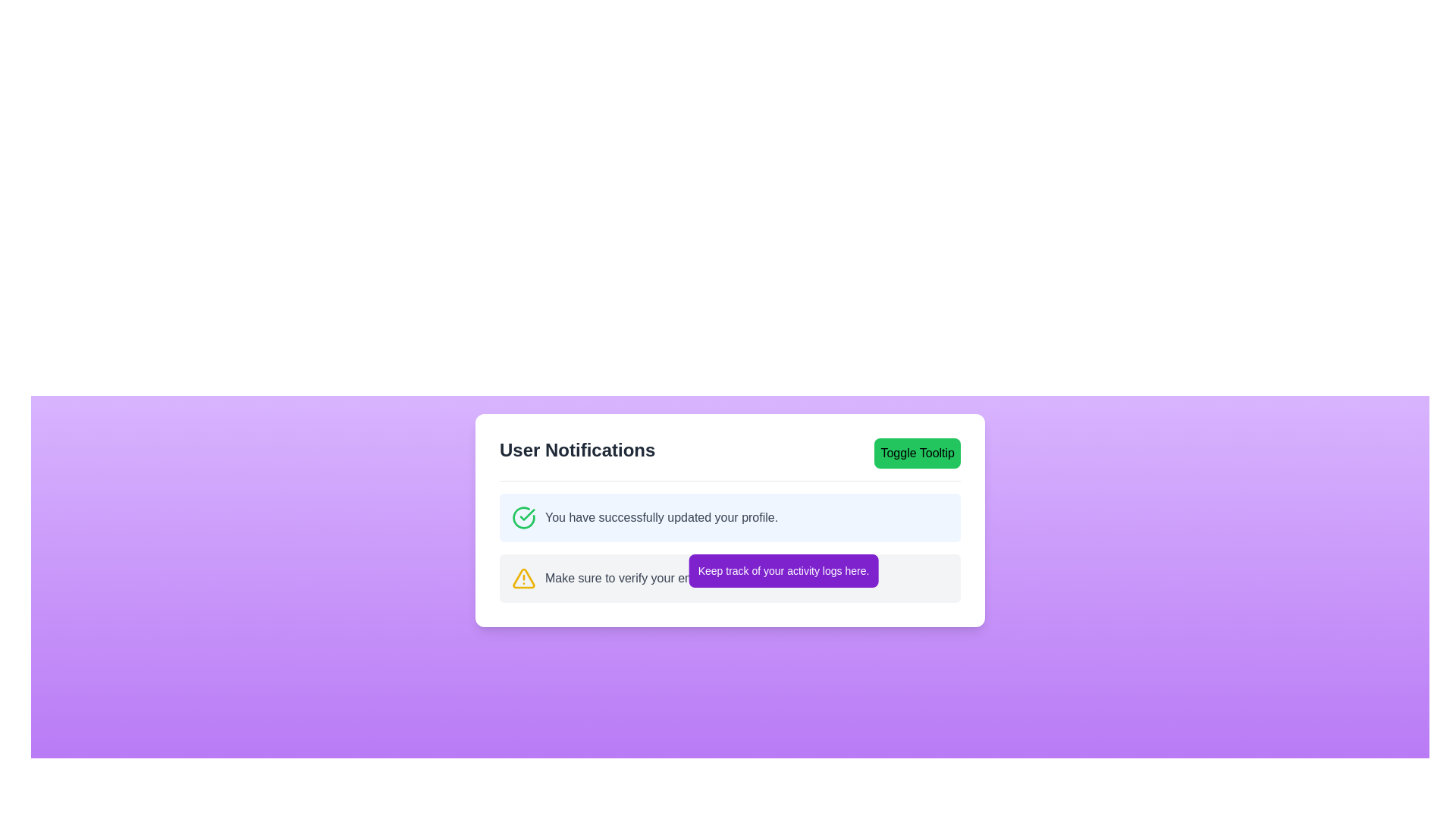 The width and height of the screenshot is (1456, 819). Describe the element at coordinates (783, 570) in the screenshot. I see `the Tooltip that displays contextual information related to activity logs, located to the right of the warning icon and the text 'Make sure to verify your email address.'` at that location.